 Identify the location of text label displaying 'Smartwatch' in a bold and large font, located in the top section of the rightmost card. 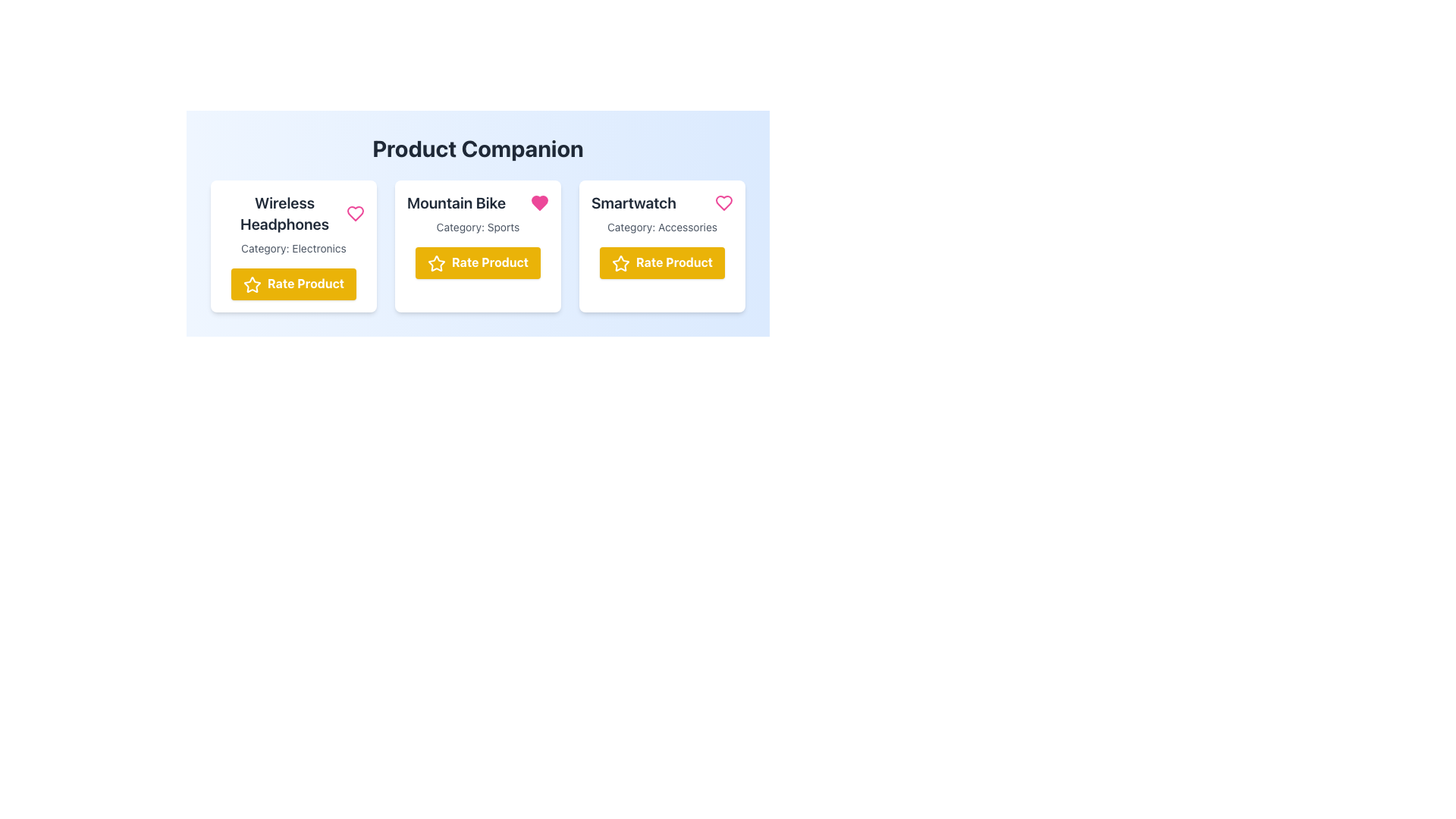
(633, 202).